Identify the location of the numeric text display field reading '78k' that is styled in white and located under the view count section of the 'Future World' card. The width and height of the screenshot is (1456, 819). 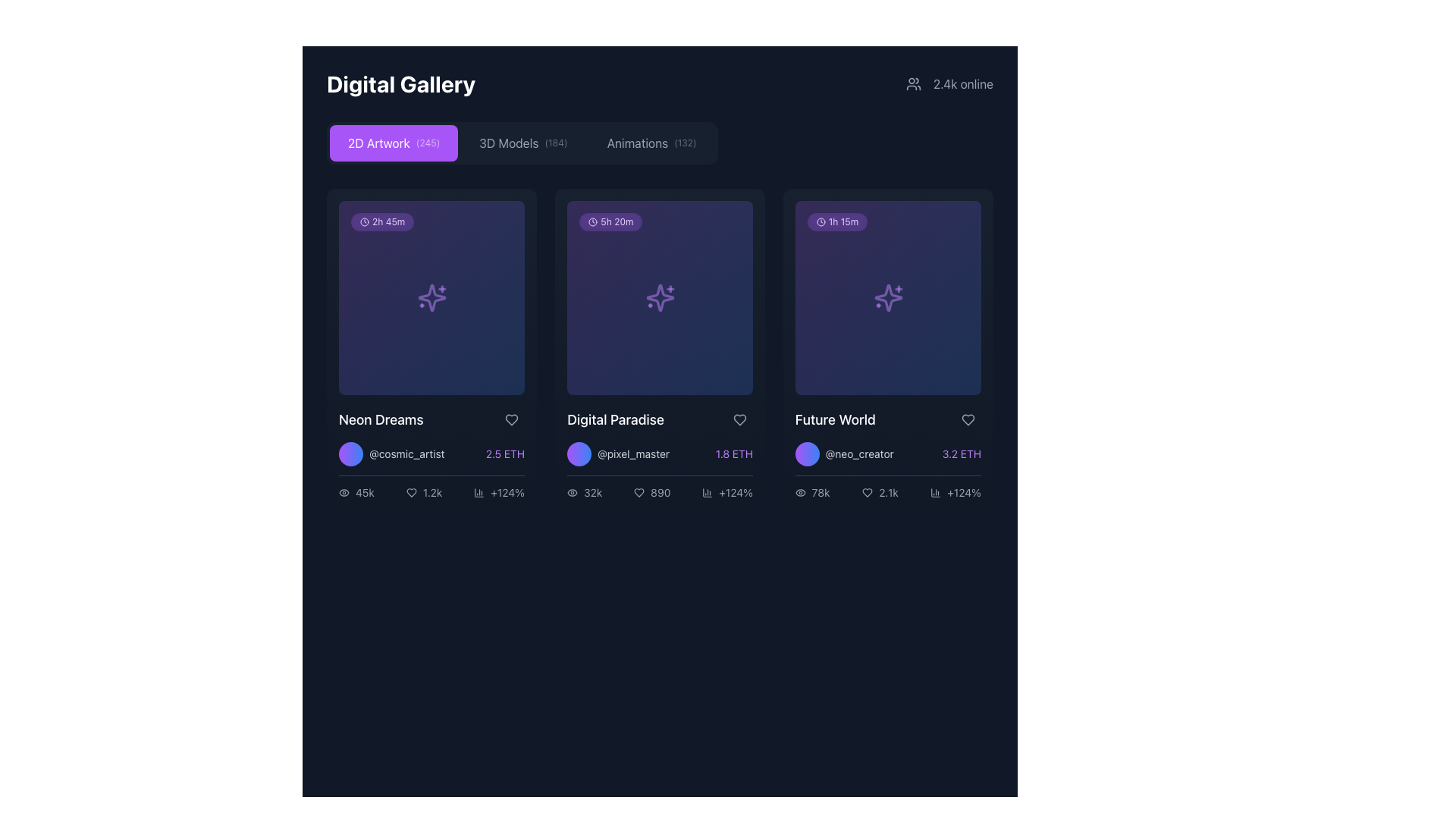
(820, 493).